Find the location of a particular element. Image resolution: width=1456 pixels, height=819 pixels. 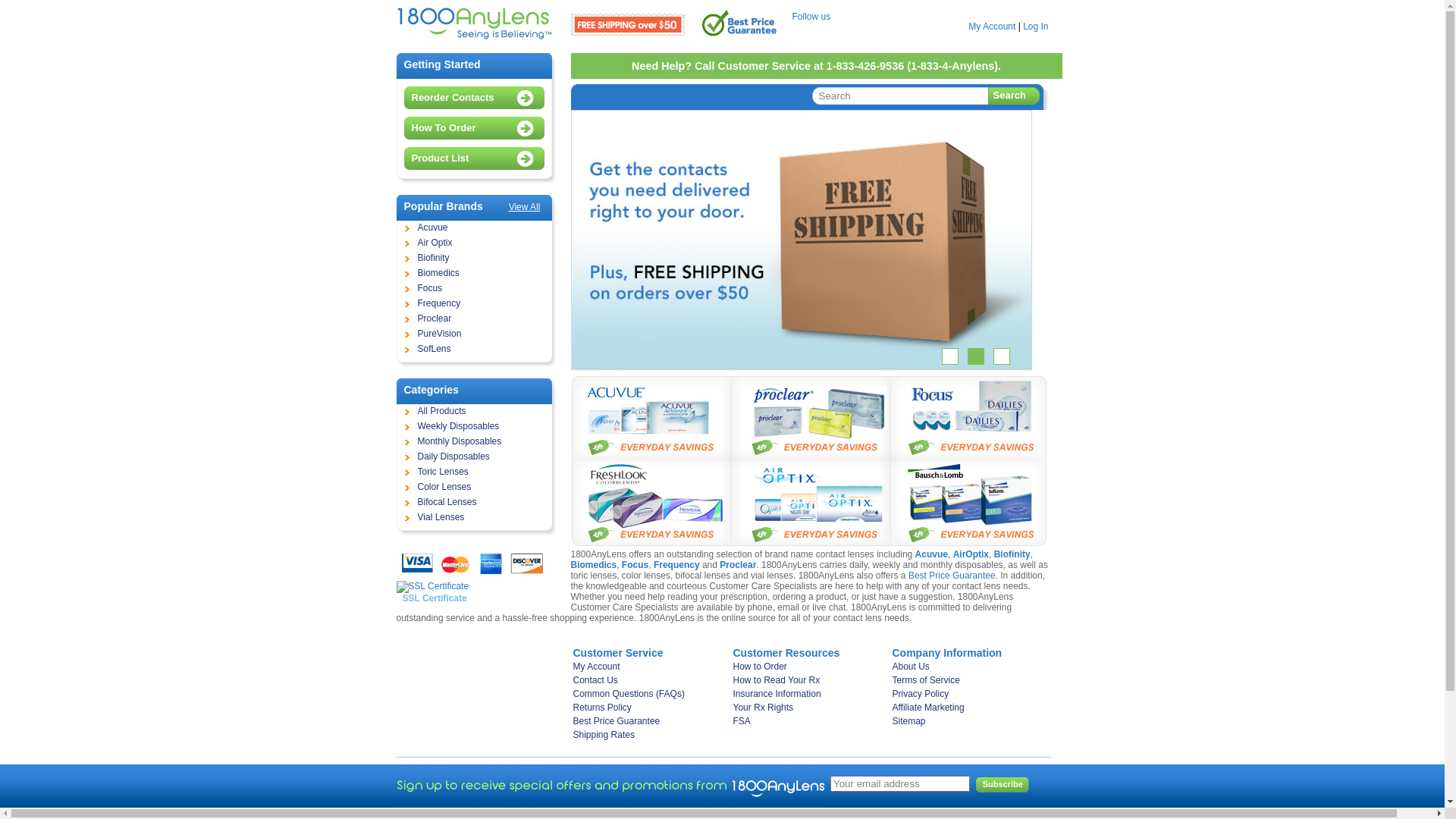

'Affiliate Marketing' is located at coordinates (965, 708).